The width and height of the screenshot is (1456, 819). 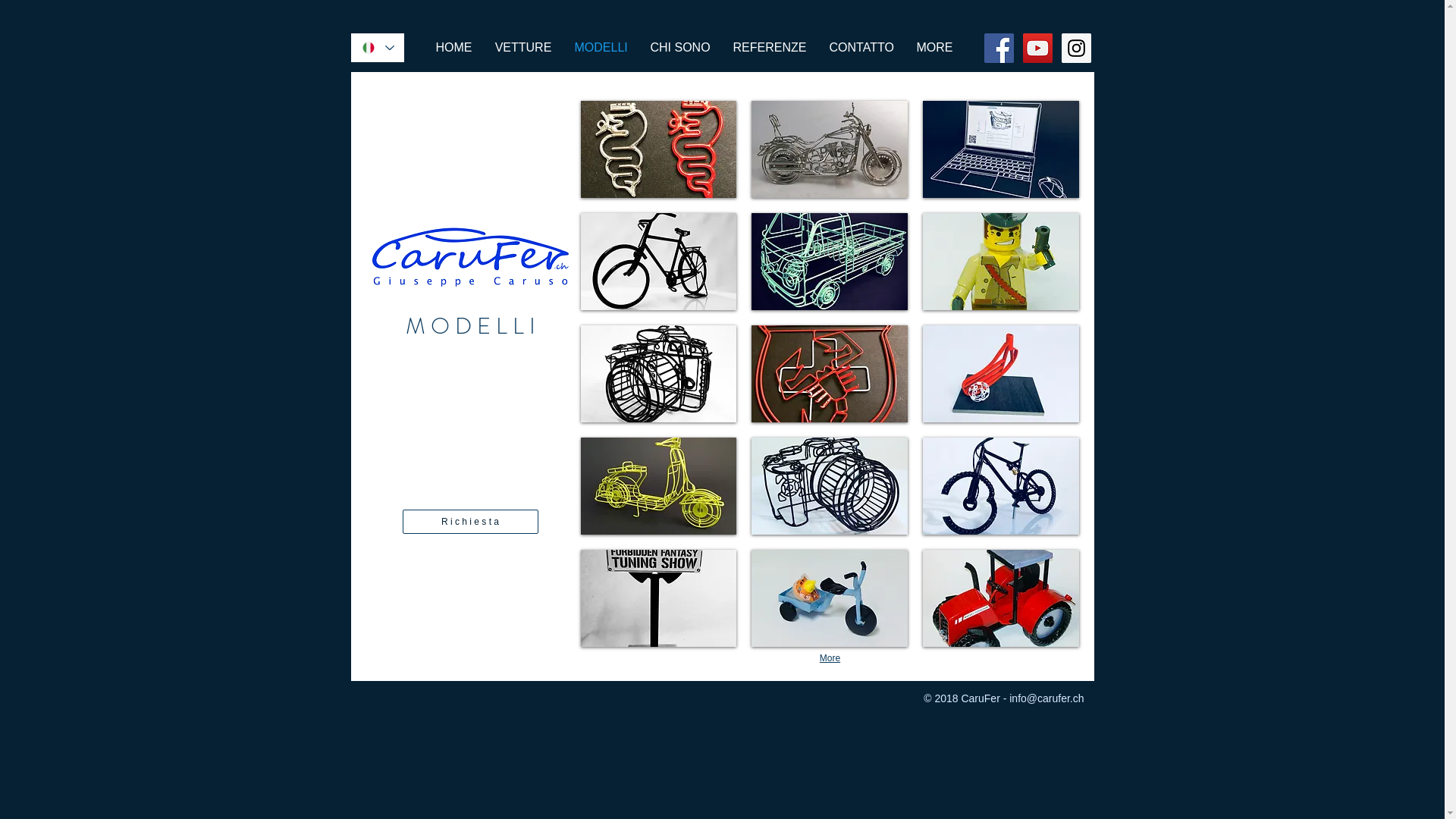 What do you see at coordinates (600, 46) in the screenshot?
I see `'MODELLI'` at bounding box center [600, 46].